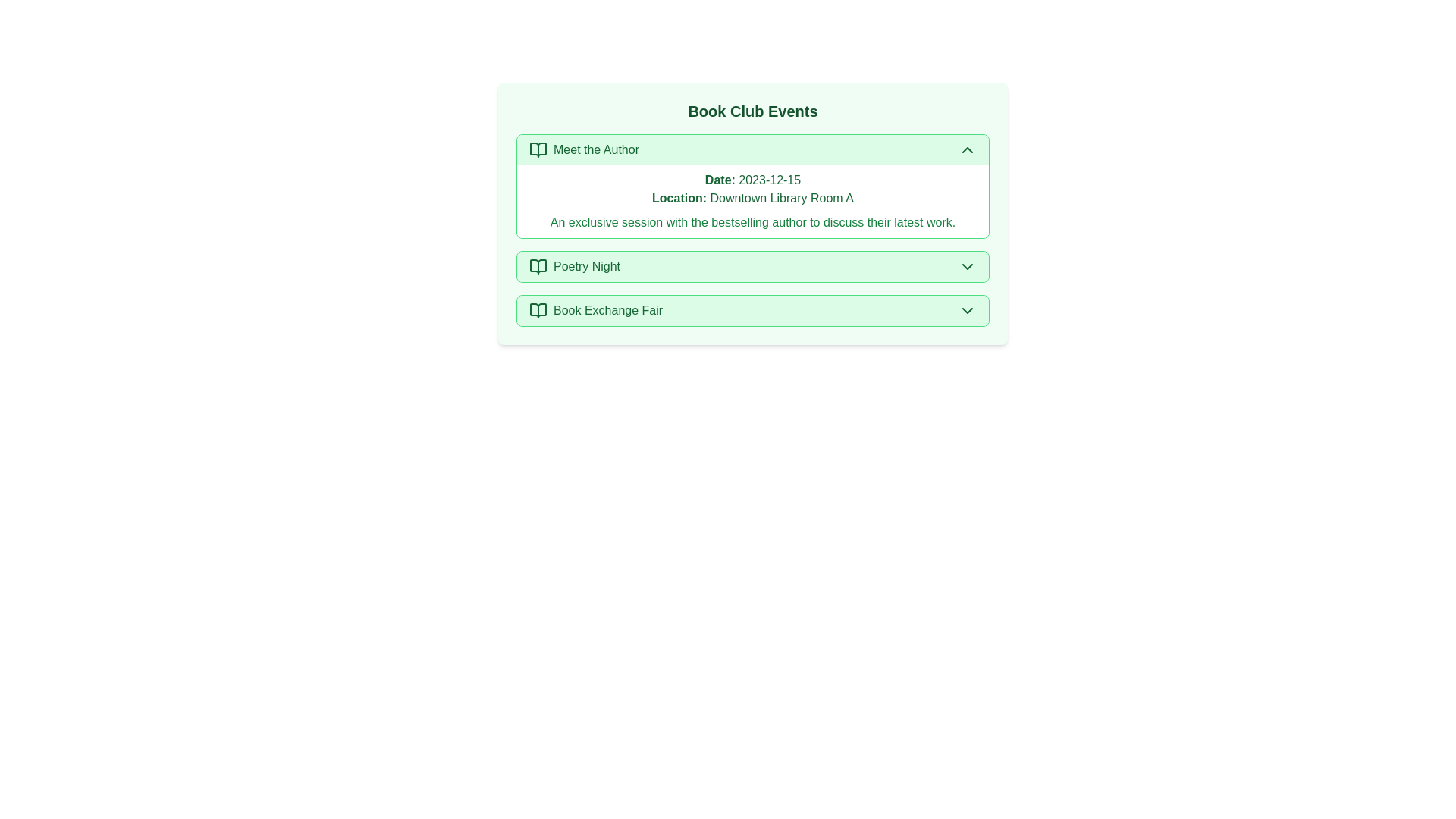 The image size is (1456, 819). Describe the element at coordinates (585, 265) in the screenshot. I see `the text label 'Poetry Night', which is the second option in the vertical list of event cards under the 'Book Club Events' header, to enable potential interactions` at that location.